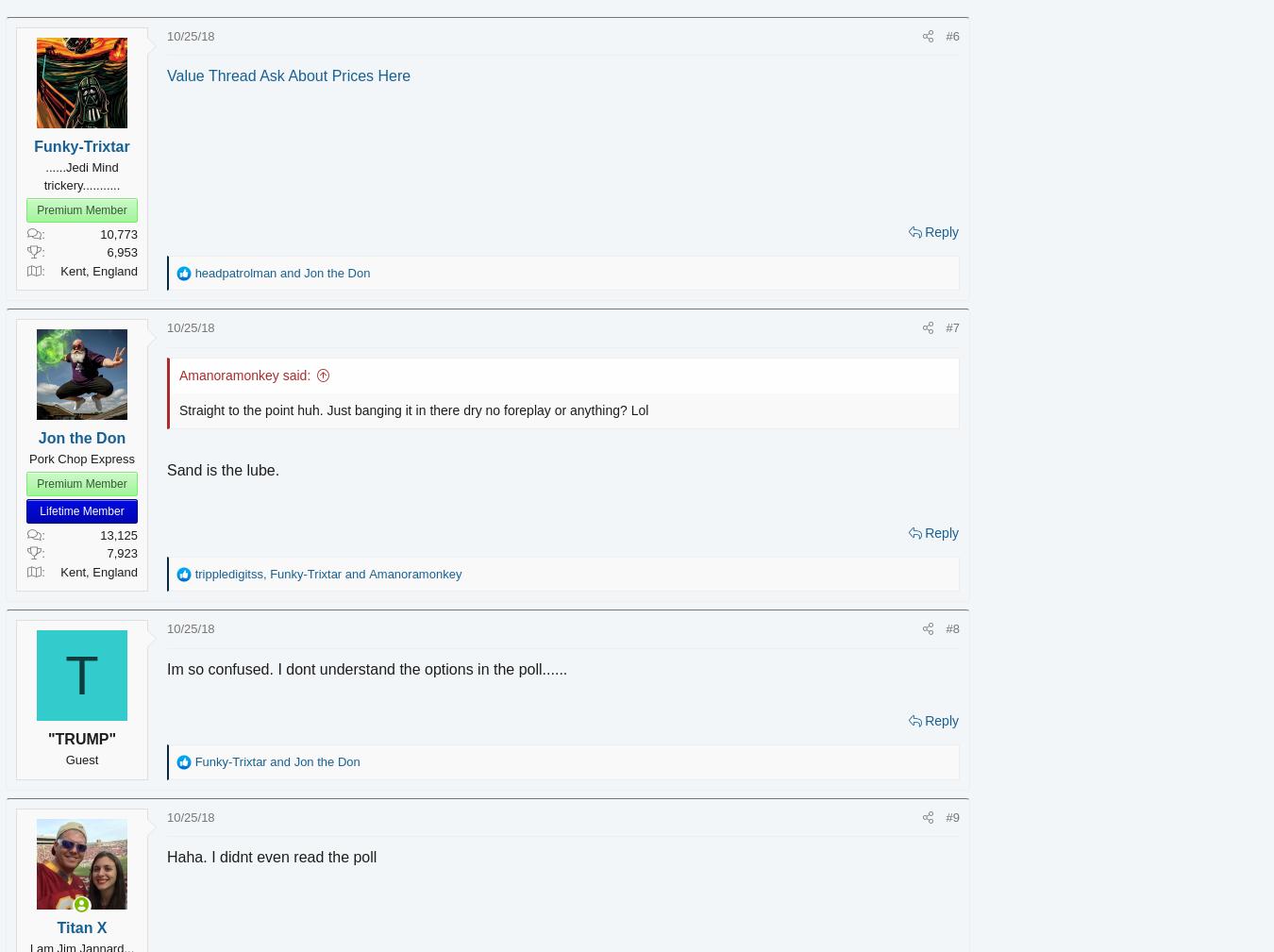  What do you see at coordinates (92, 760) in the screenshot?
I see `'Guest'` at bounding box center [92, 760].